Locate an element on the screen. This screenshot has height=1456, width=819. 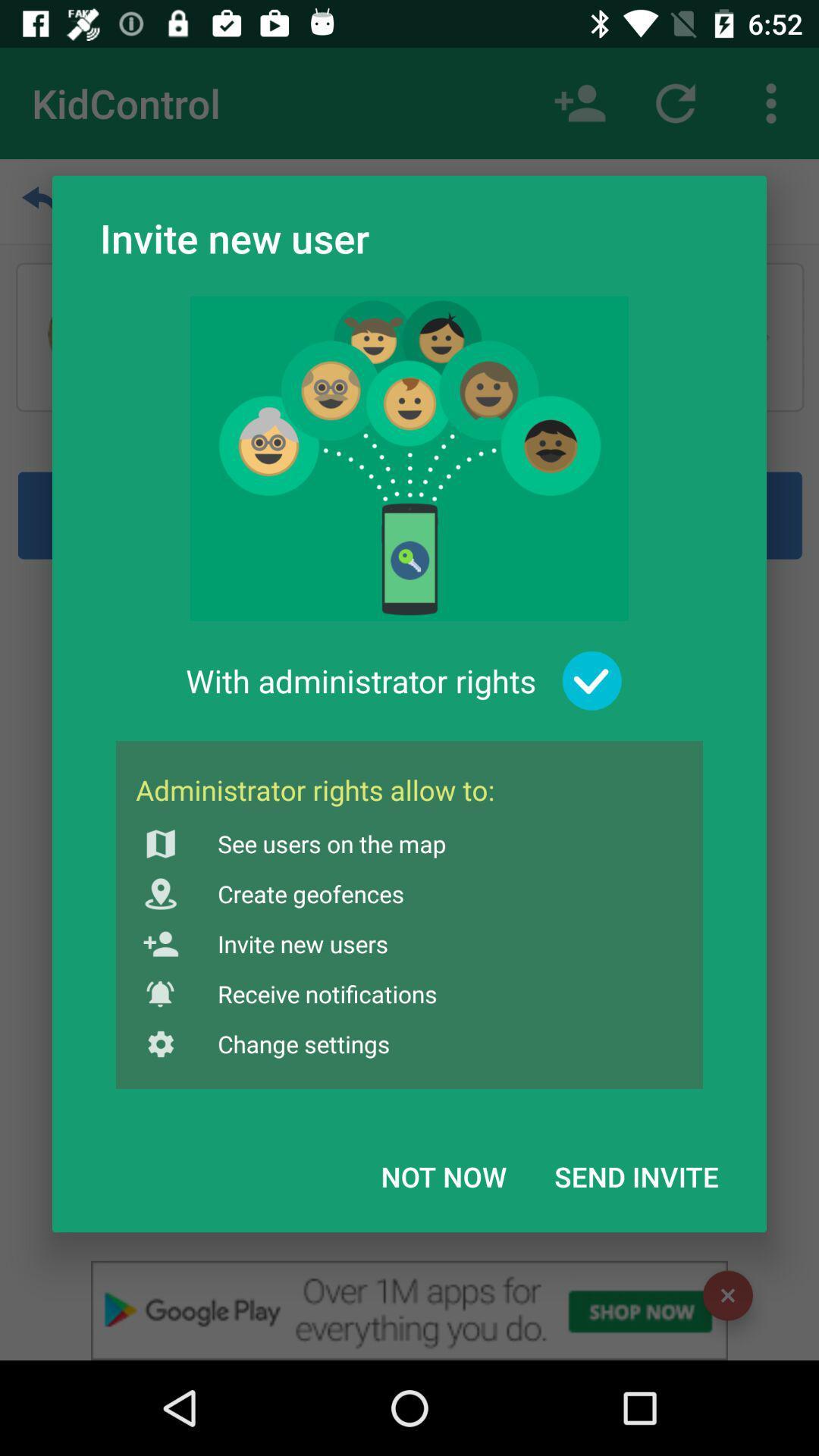
icon next to with administrator rights is located at coordinates (591, 680).